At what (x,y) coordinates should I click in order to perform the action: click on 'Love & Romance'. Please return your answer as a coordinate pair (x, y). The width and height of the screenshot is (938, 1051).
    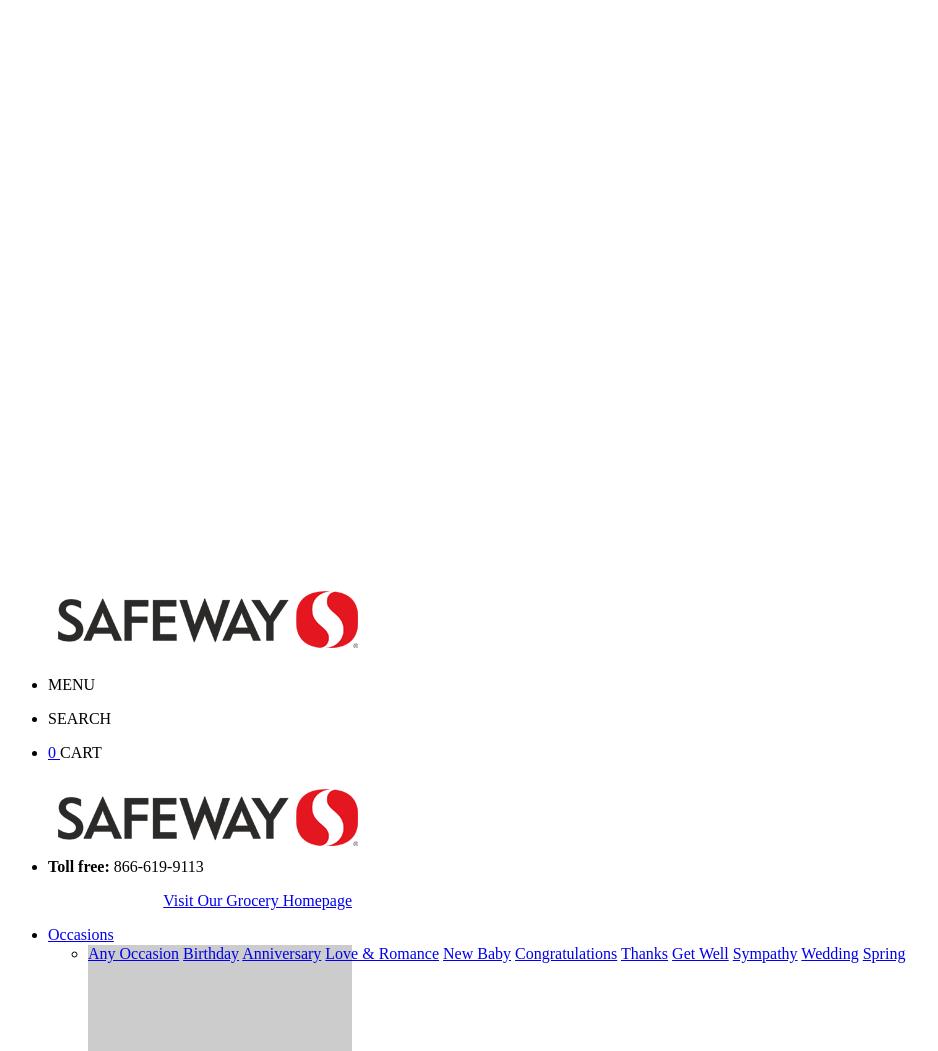
    Looking at the image, I should click on (380, 952).